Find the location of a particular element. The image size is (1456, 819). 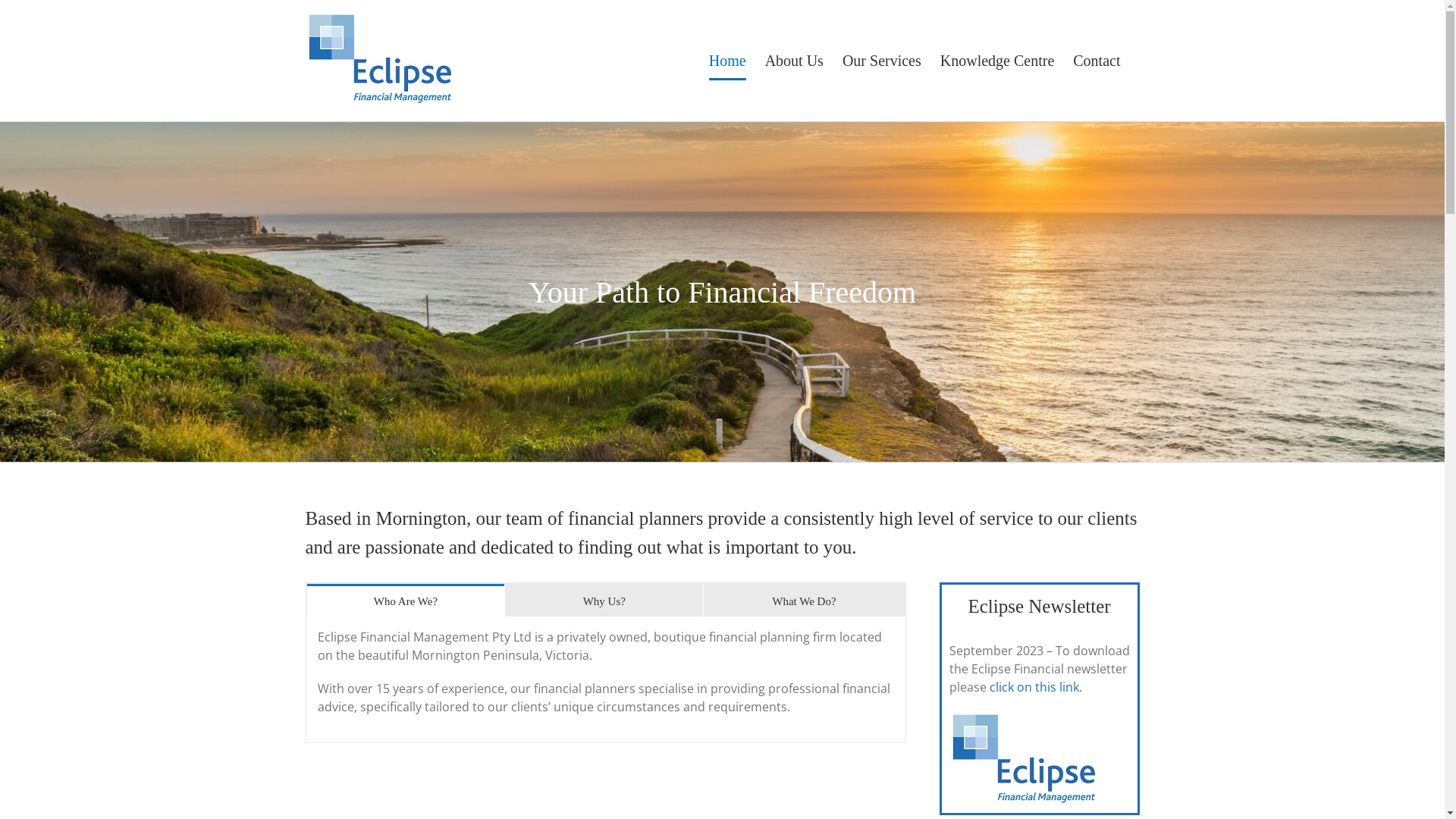

'About Us' is located at coordinates (793, 60).